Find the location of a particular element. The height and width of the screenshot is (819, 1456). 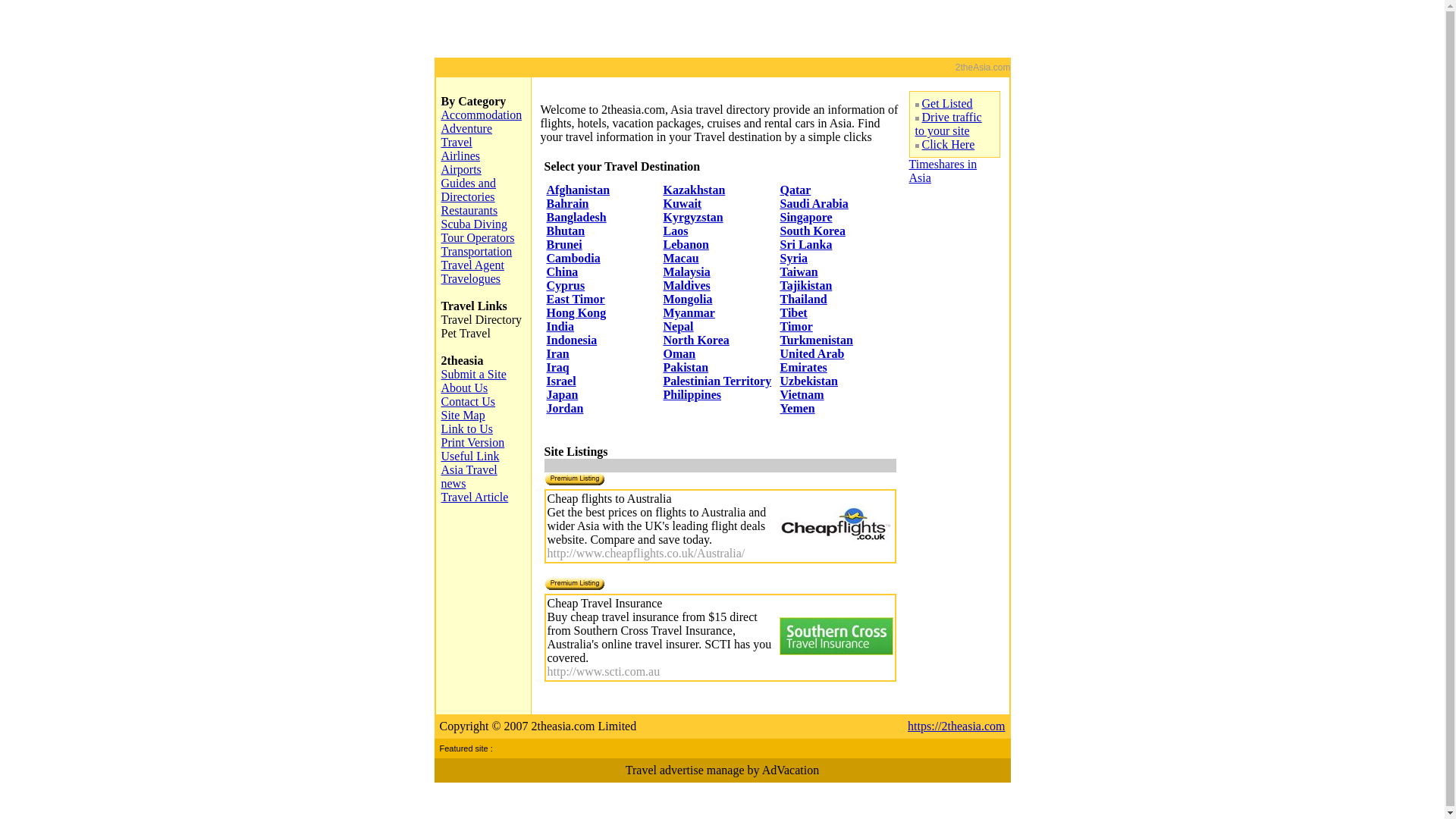

'Timeshares in Asia' is located at coordinates (942, 171).